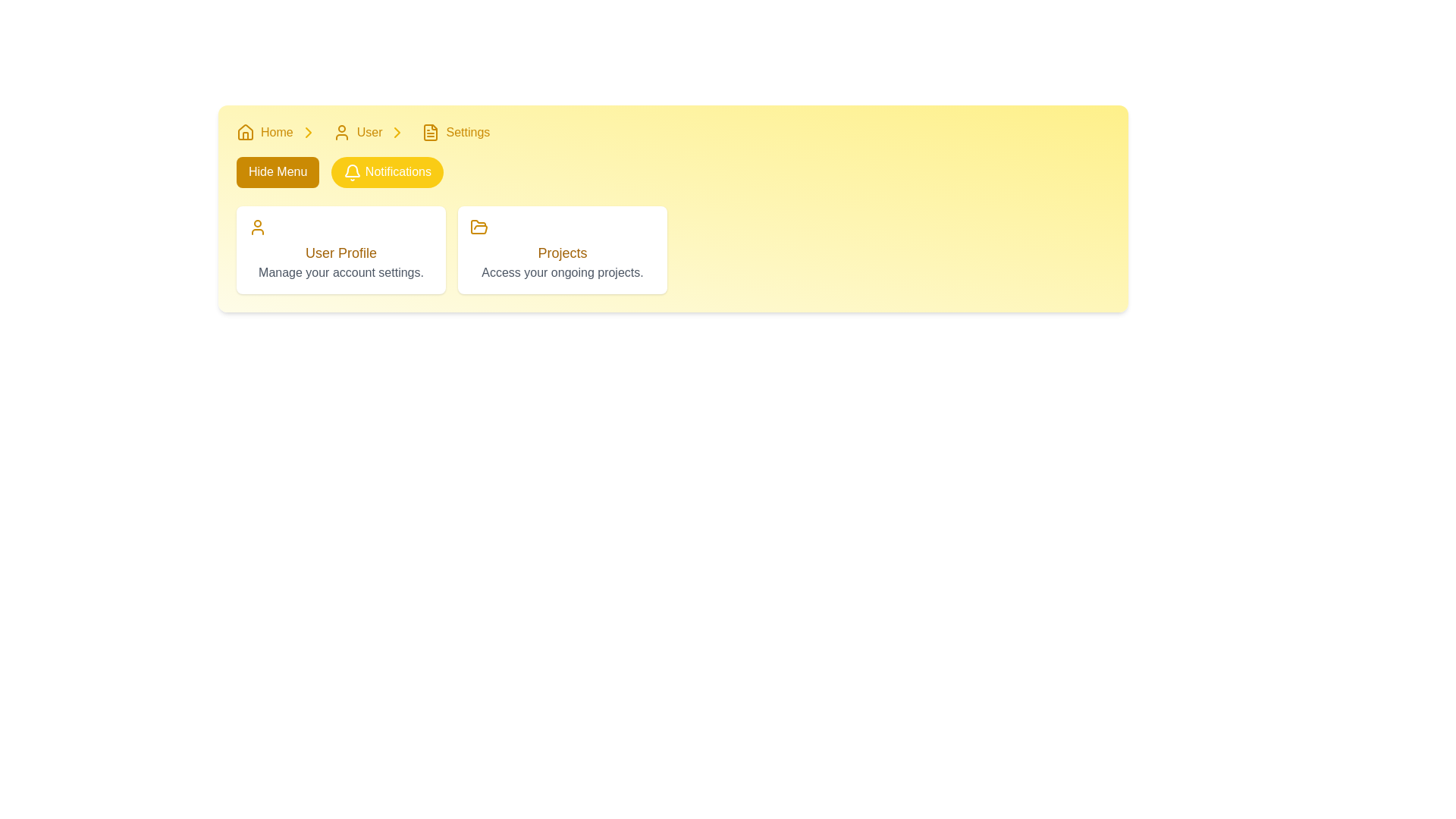 Image resolution: width=1456 pixels, height=819 pixels. Describe the element at coordinates (352, 171) in the screenshot. I see `the 'Notifications' button, which is represented by a graphical icon in SVG format, located towards the upper-center area of the interface inside the navigation bar` at that location.